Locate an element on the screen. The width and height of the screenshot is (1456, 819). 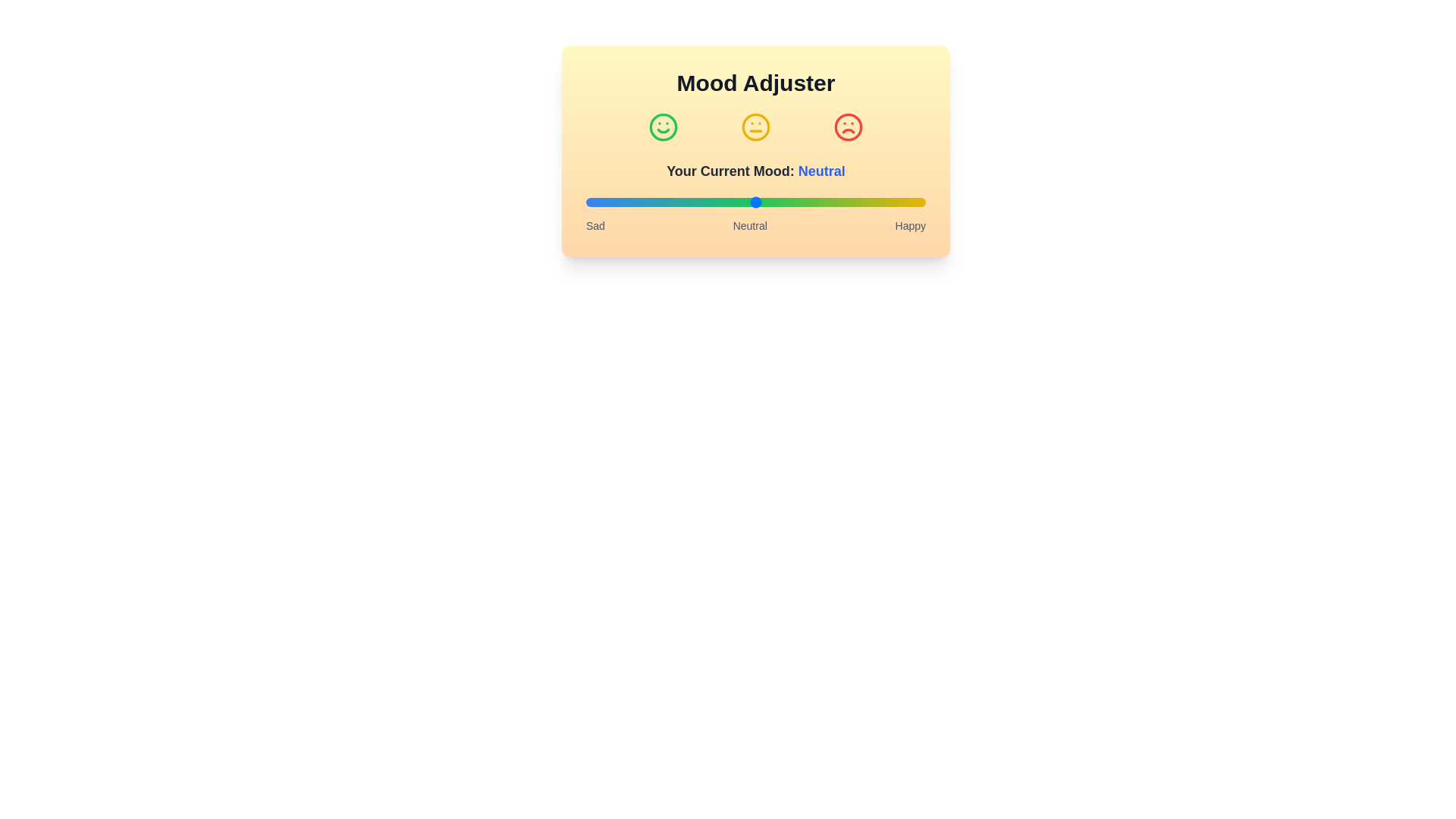
the mood slider to the desired level 35 is located at coordinates (704, 201).